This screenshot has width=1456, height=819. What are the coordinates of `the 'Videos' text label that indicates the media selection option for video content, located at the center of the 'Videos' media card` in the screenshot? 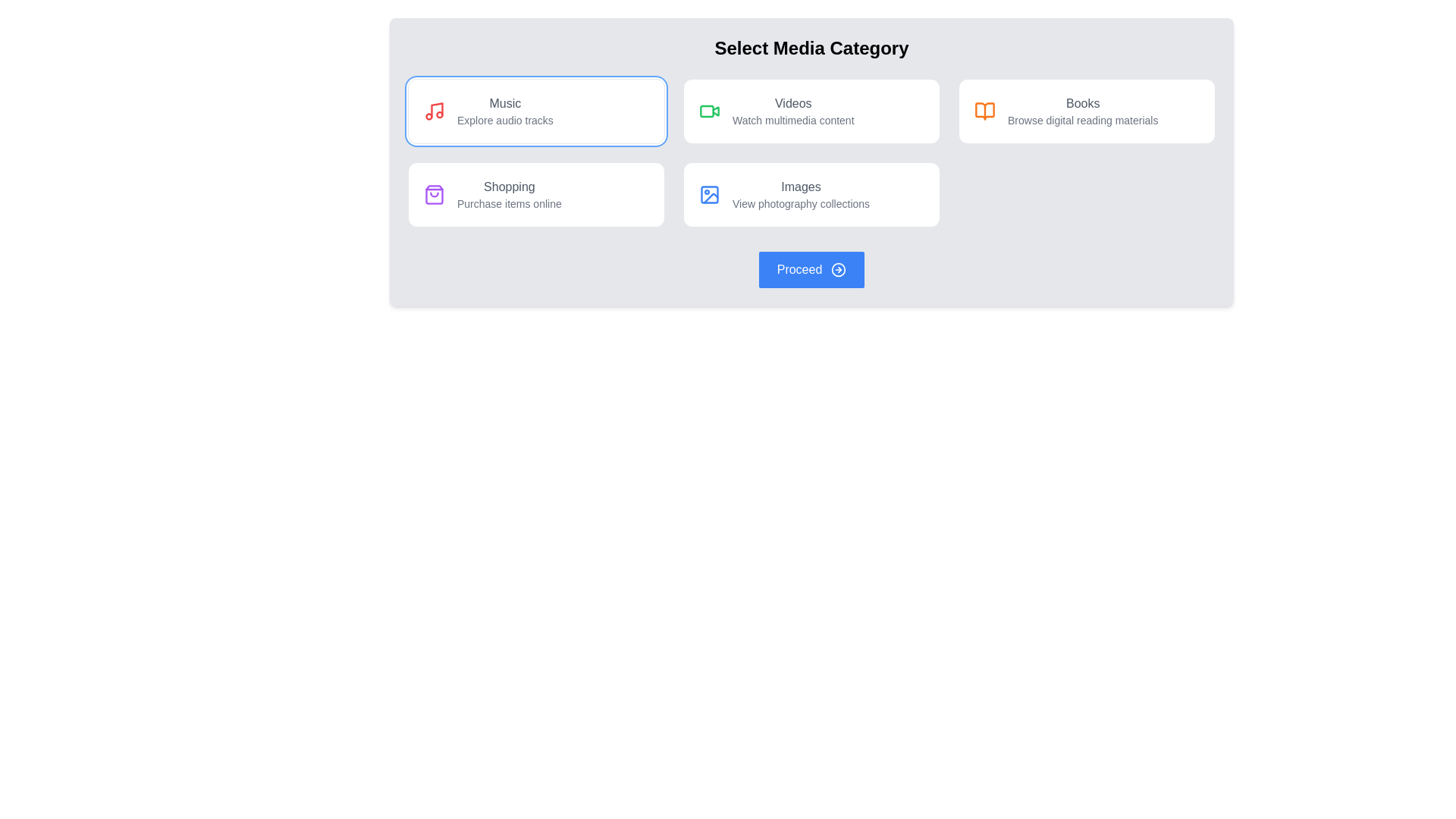 It's located at (792, 103).